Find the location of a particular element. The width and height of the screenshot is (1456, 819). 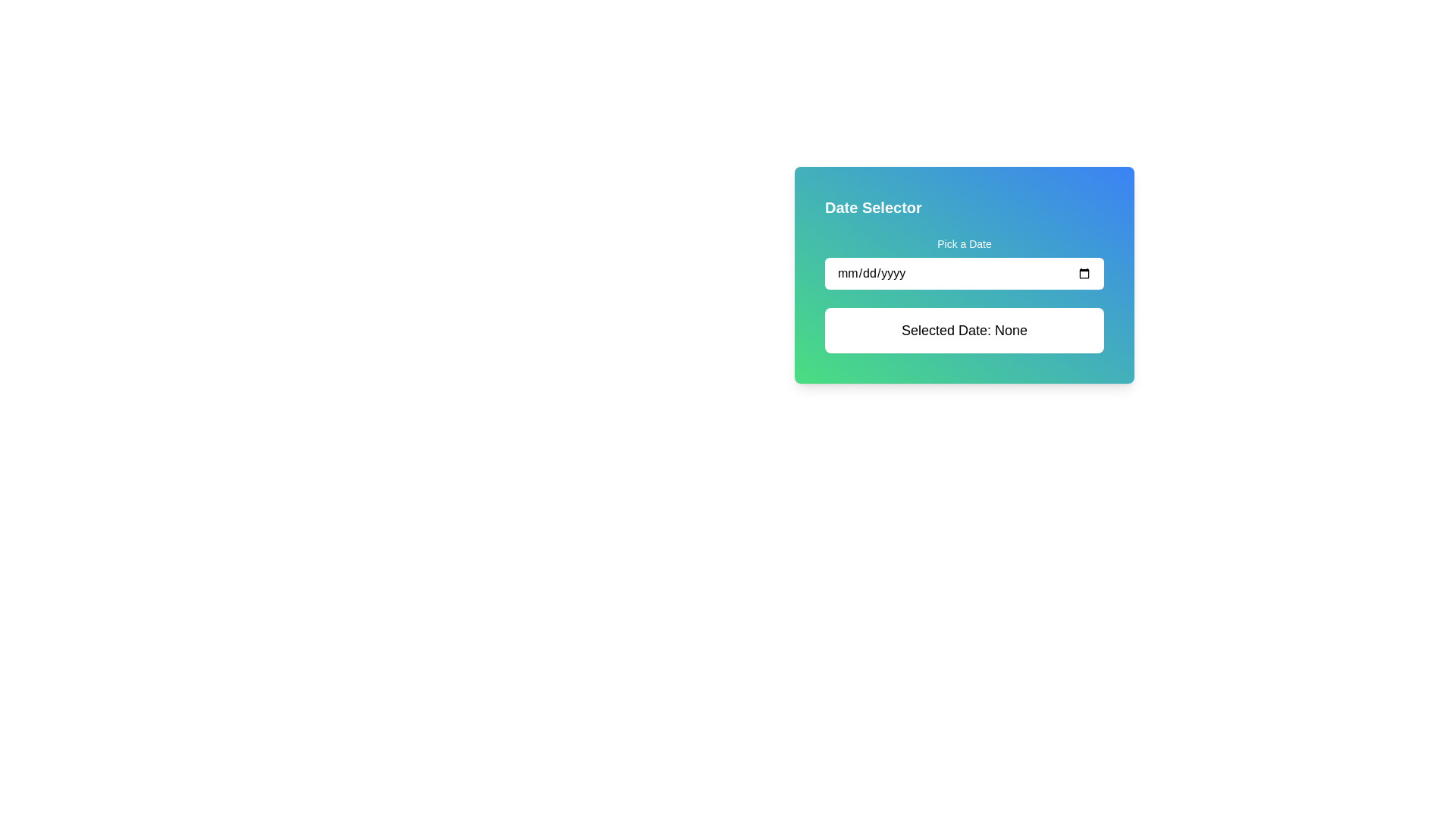

the prominently styled 'Date Selector' Static Text Label located at the top-left corner of the central panel is located at coordinates (874, 207).